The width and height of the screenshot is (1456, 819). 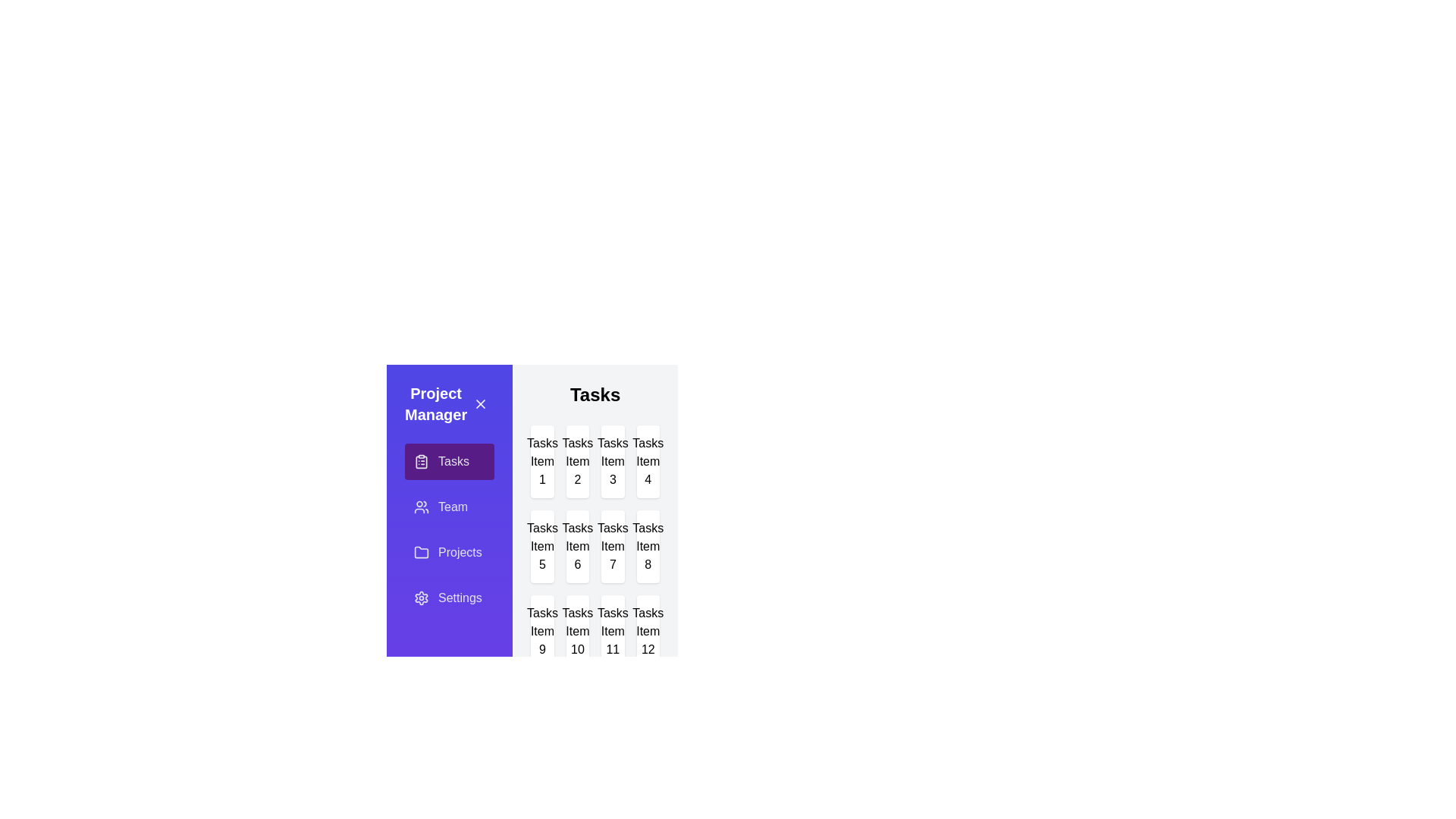 What do you see at coordinates (449, 598) in the screenshot?
I see `the Settings tab by clicking on it` at bounding box center [449, 598].